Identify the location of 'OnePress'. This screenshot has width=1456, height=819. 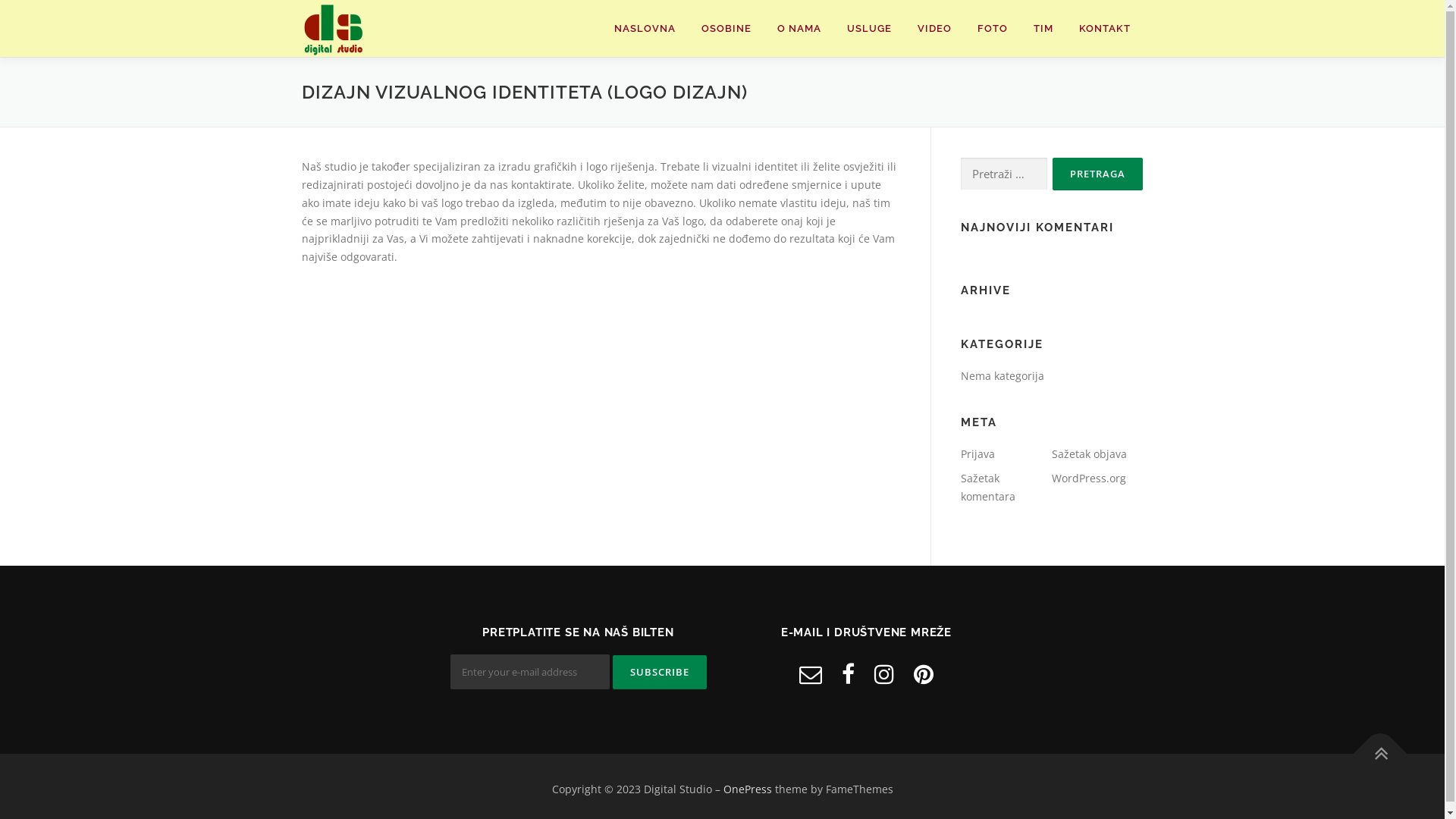
(723, 788).